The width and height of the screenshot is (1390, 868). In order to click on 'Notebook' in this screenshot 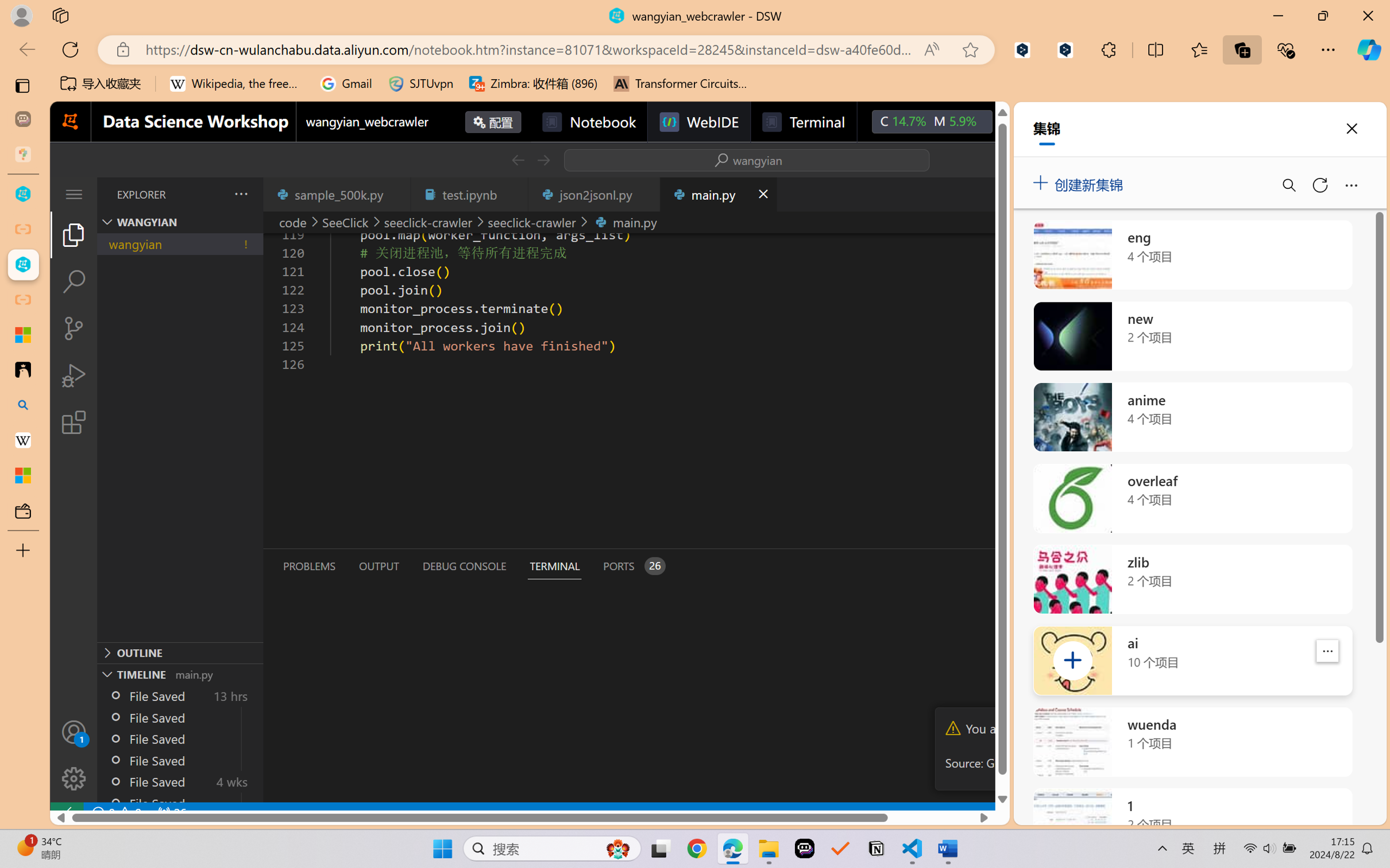, I will do `click(588, 121)`.